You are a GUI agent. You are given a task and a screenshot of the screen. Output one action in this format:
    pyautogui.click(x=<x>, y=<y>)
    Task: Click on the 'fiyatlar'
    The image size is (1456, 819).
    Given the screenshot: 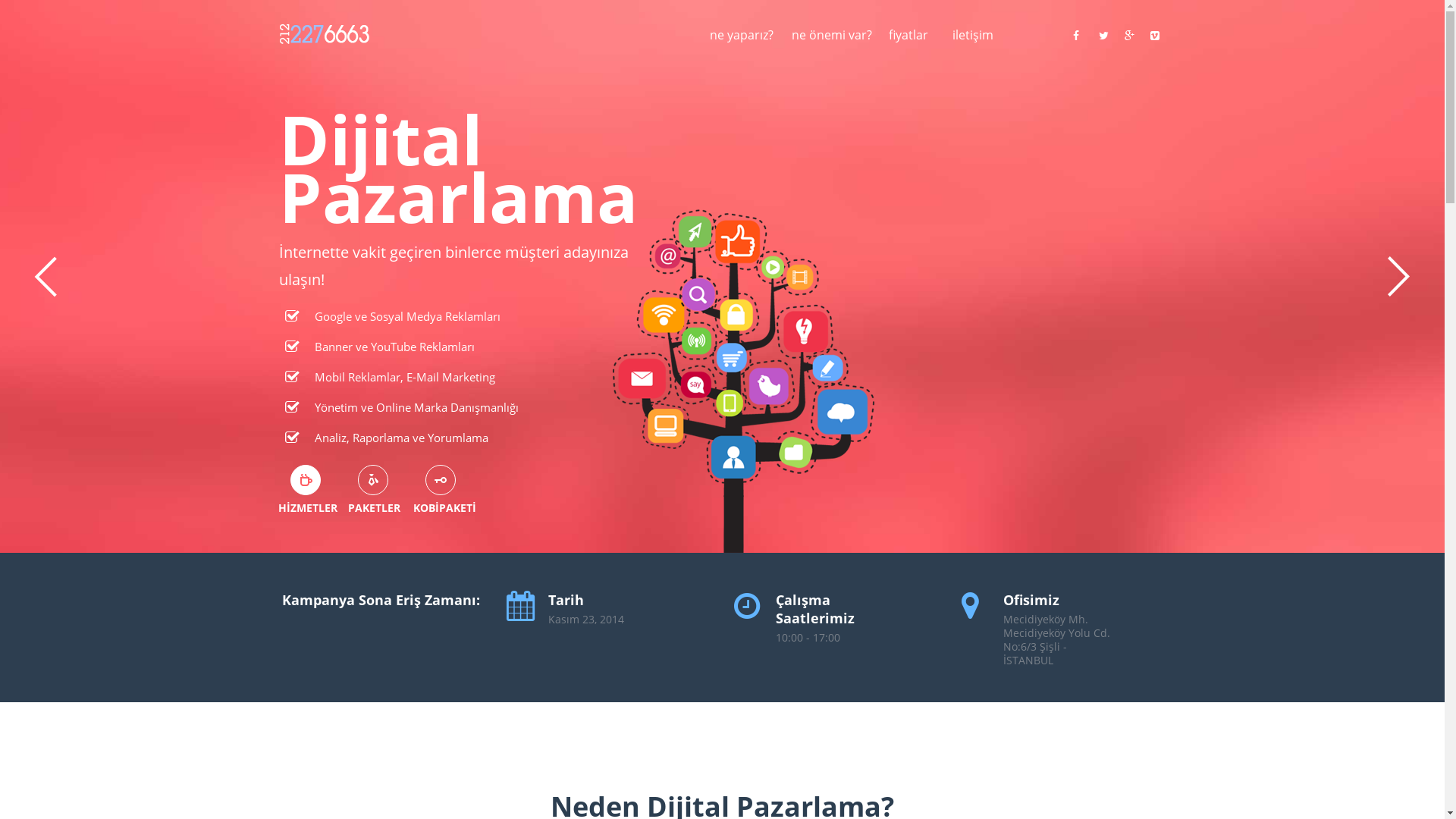 What is the action you would take?
    pyautogui.click(x=888, y=42)
    